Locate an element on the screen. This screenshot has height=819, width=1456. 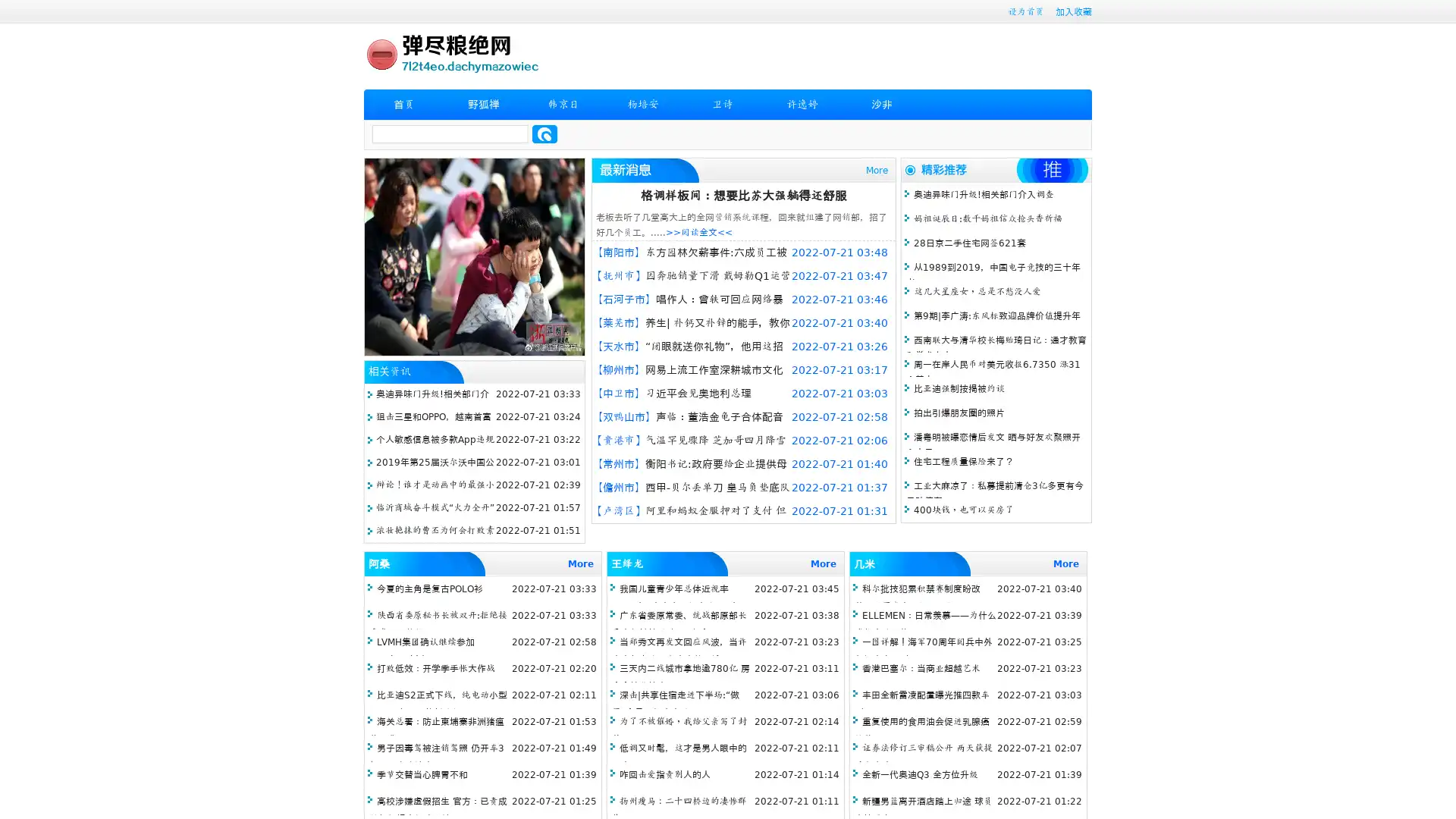
Search is located at coordinates (544, 133).